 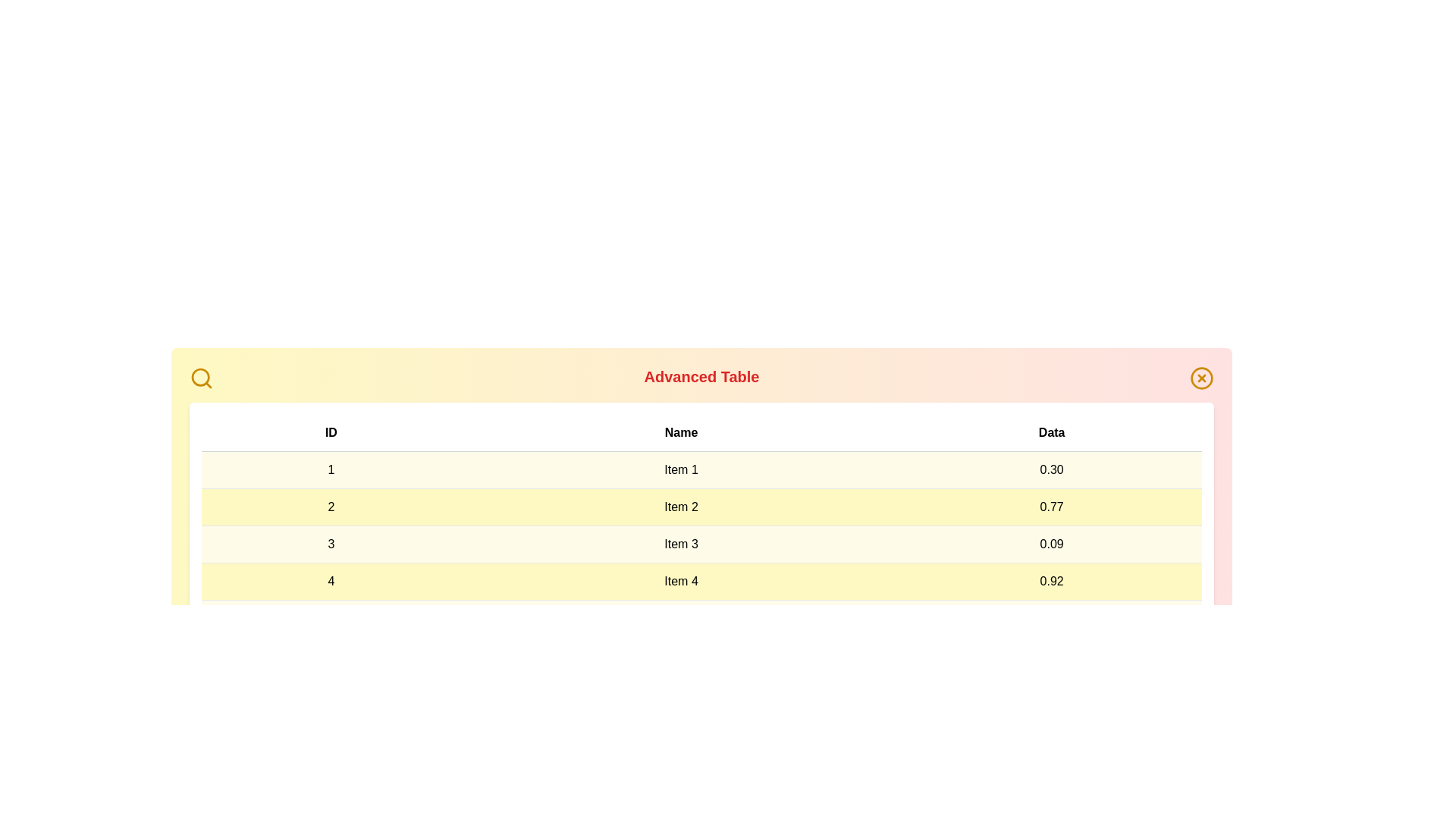 What do you see at coordinates (701, 507) in the screenshot?
I see `the row corresponding to 2` at bounding box center [701, 507].